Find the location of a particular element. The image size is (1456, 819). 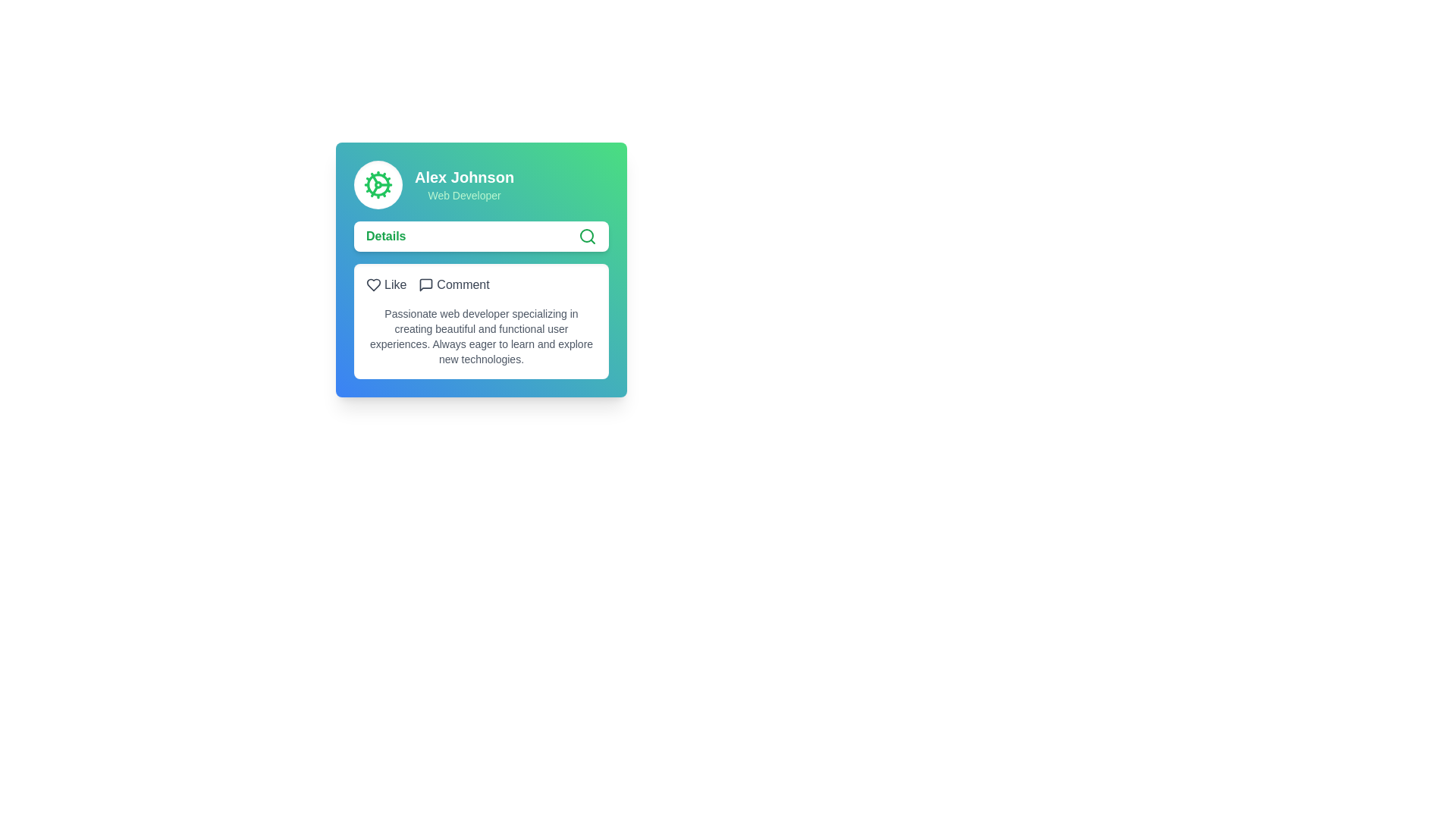

the heart icon used for expressing liking, which is positioned to the left of the text label 'Like' and to the right of the profile picture area within the user details panel is located at coordinates (374, 284).